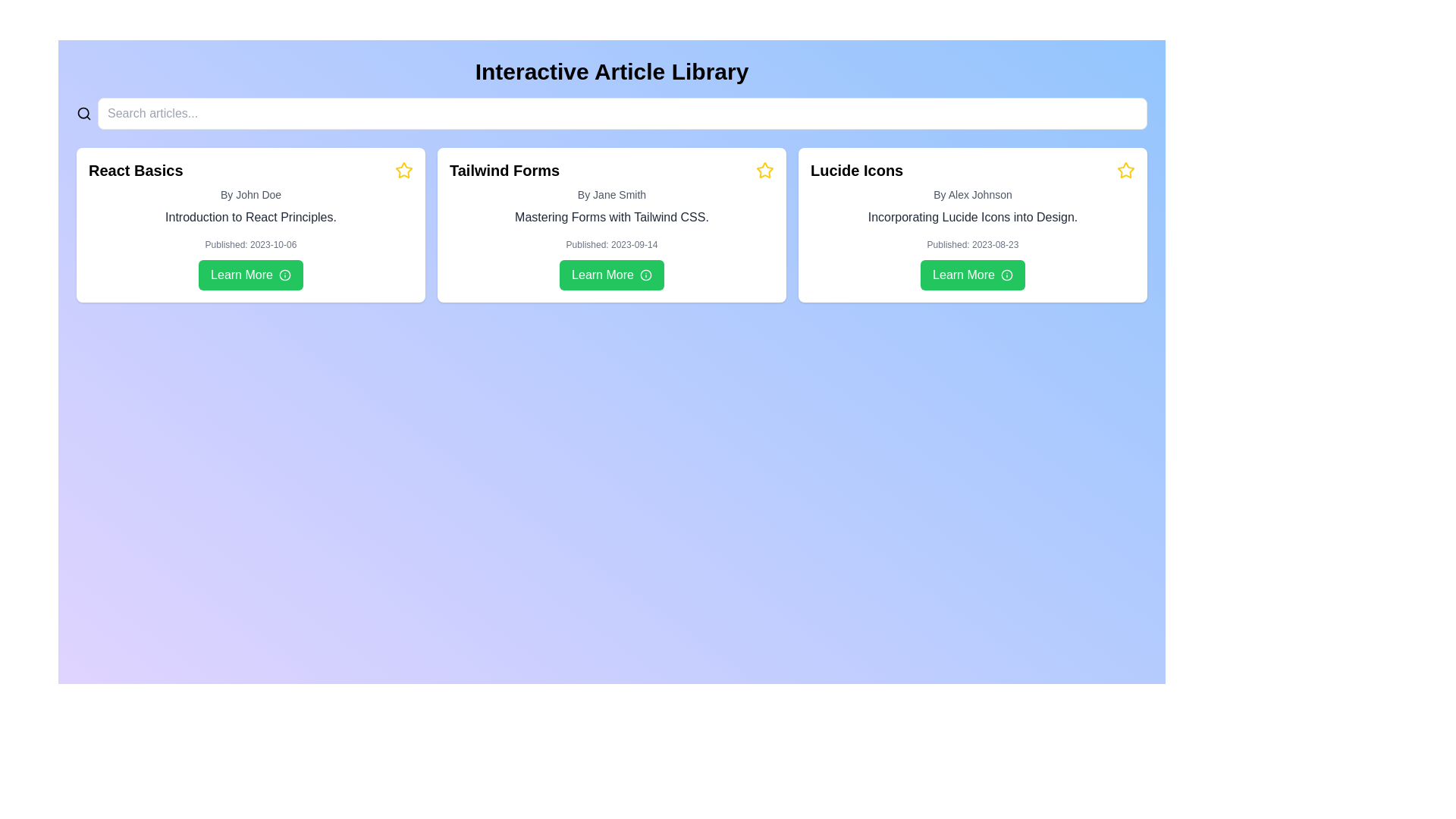  I want to click on the search lens icon located at the top left of the search bar to initiate the search, so click(83, 113).